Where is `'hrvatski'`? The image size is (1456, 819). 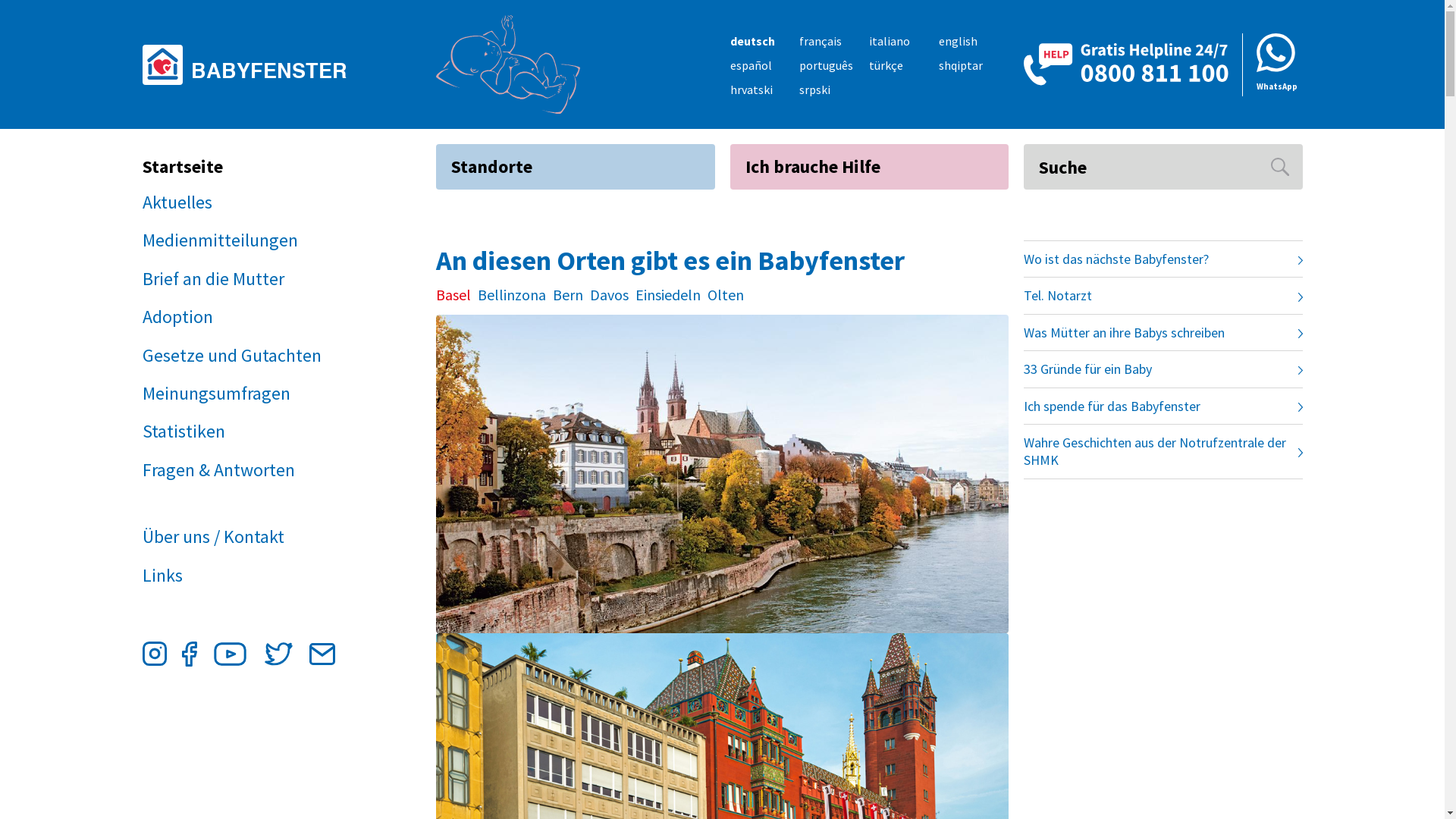 'hrvatski' is located at coordinates (729, 89).